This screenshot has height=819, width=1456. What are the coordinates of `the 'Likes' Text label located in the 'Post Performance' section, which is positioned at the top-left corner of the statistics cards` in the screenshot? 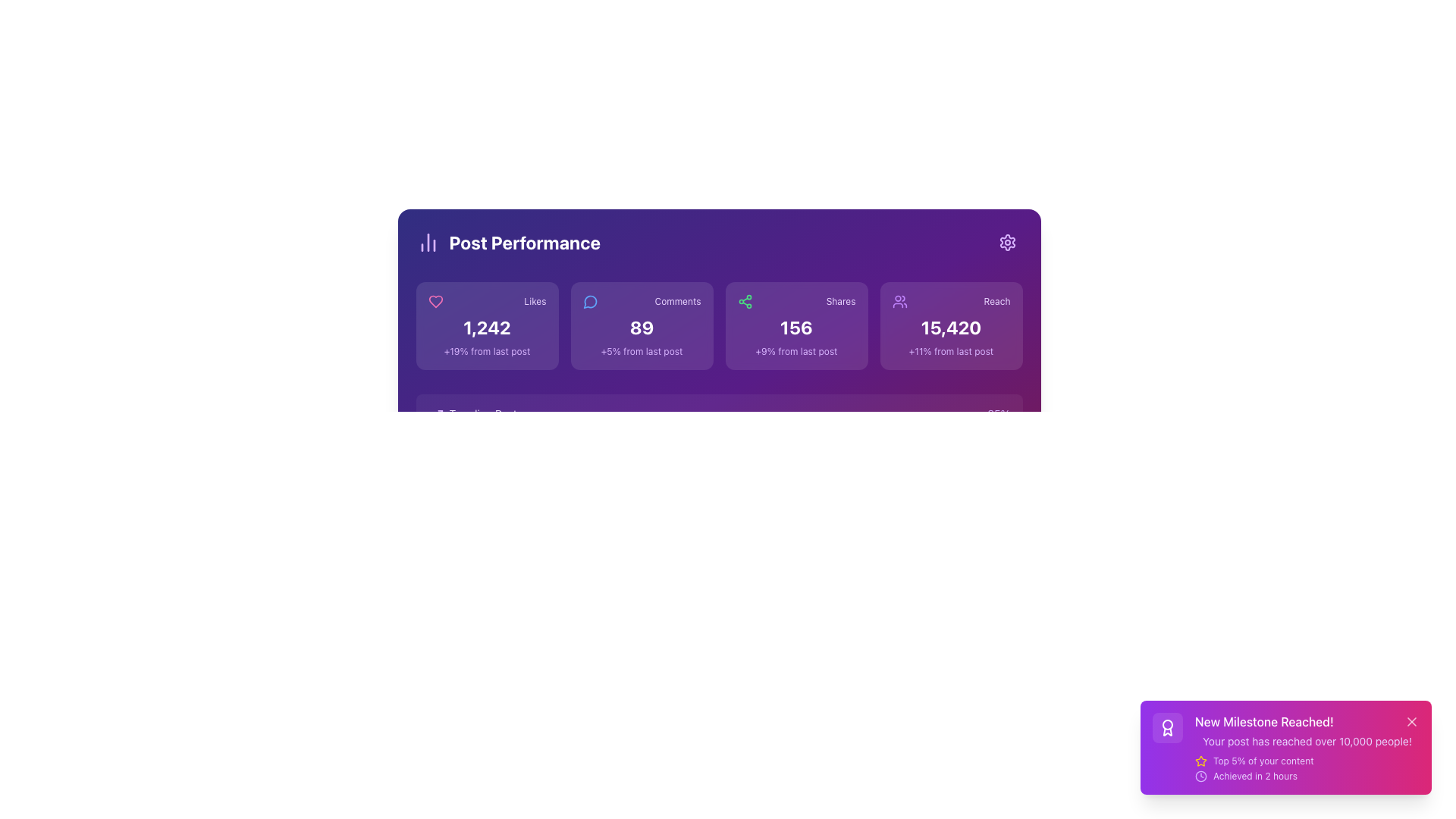 It's located at (535, 301).